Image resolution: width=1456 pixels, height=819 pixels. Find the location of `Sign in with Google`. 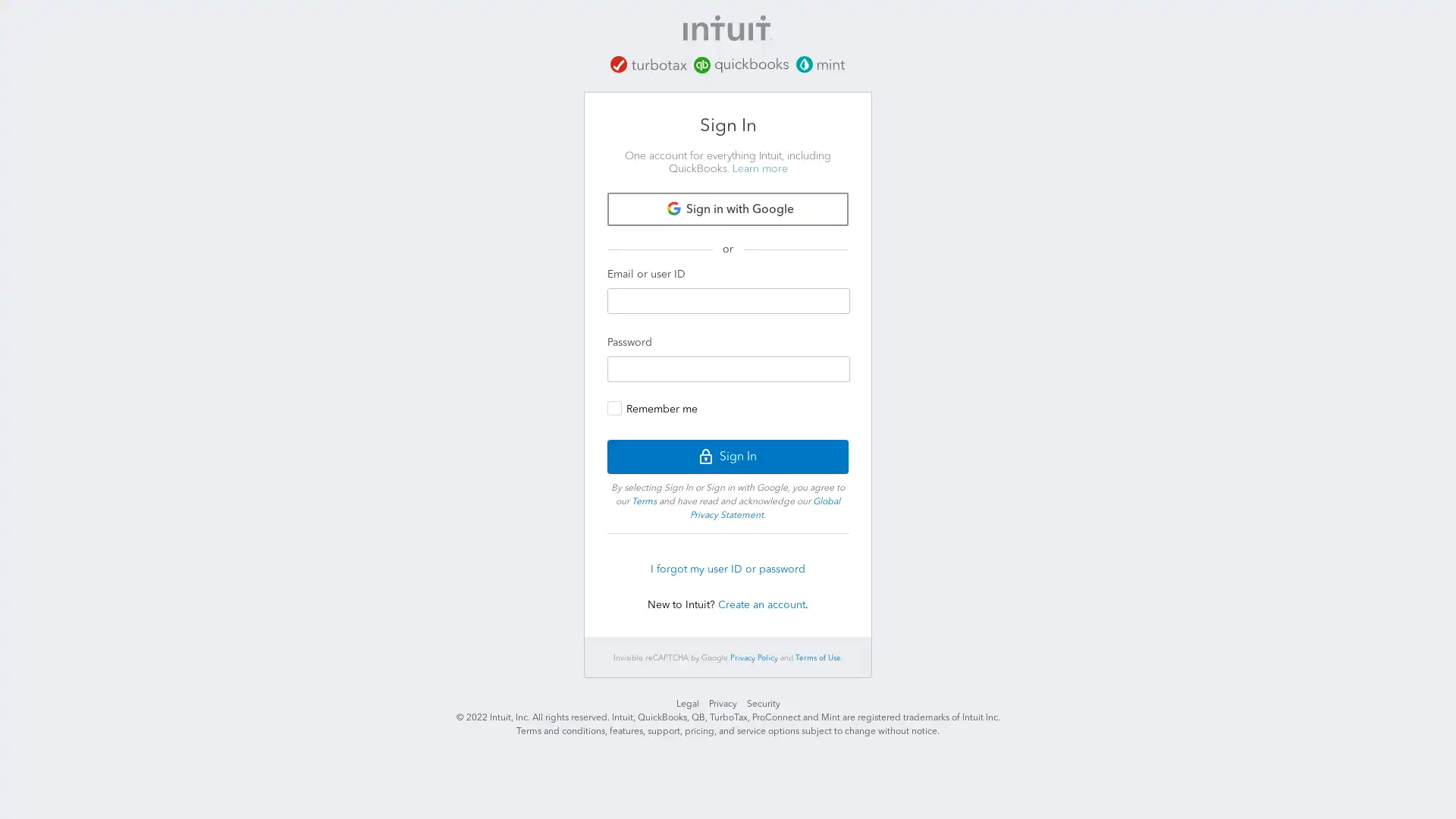

Sign in with Google is located at coordinates (728, 208).